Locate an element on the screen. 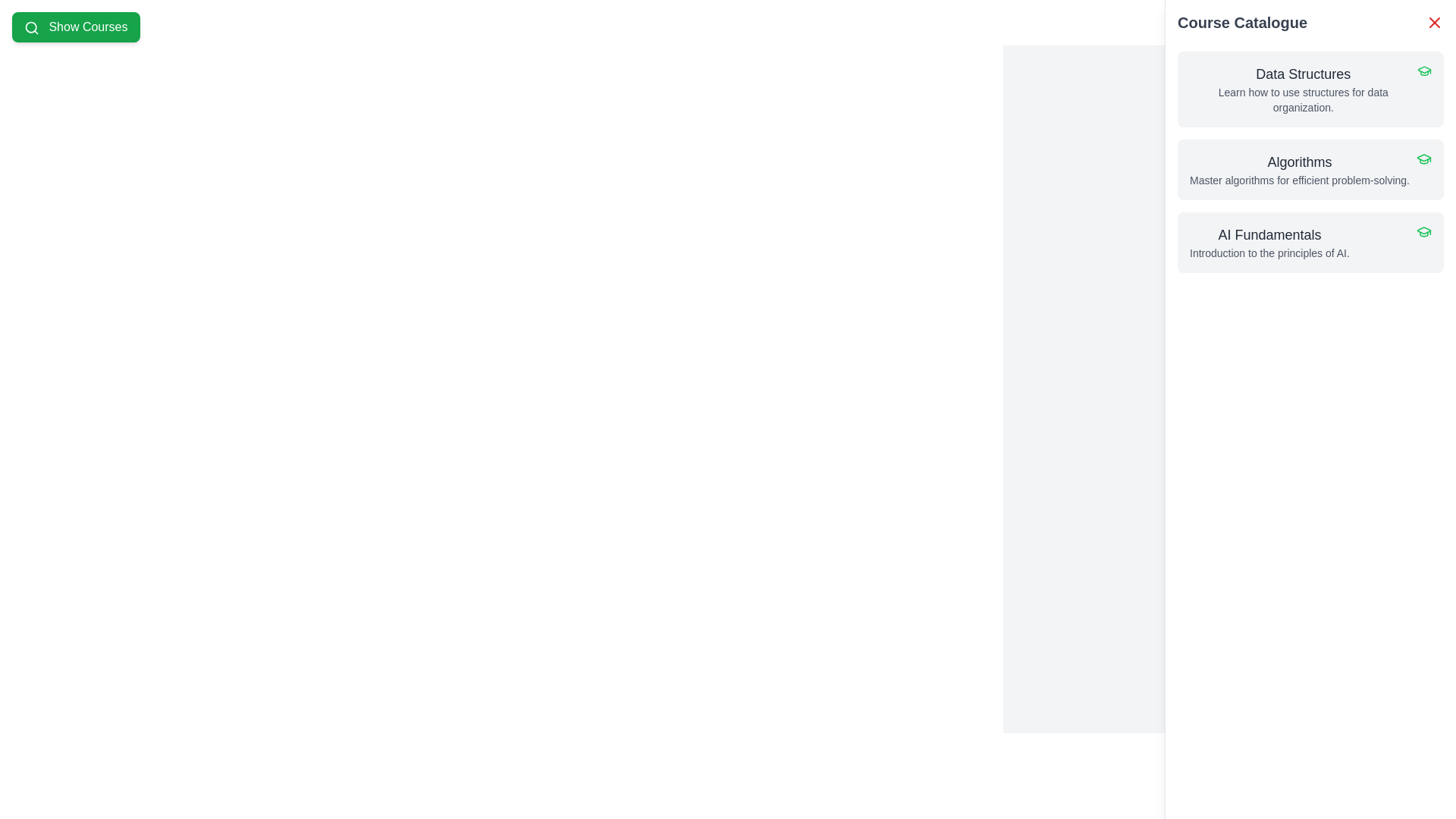 This screenshot has width=1456, height=819. the text label 'Algorithms' styled with large, bold, dark gray text is located at coordinates (1298, 162).